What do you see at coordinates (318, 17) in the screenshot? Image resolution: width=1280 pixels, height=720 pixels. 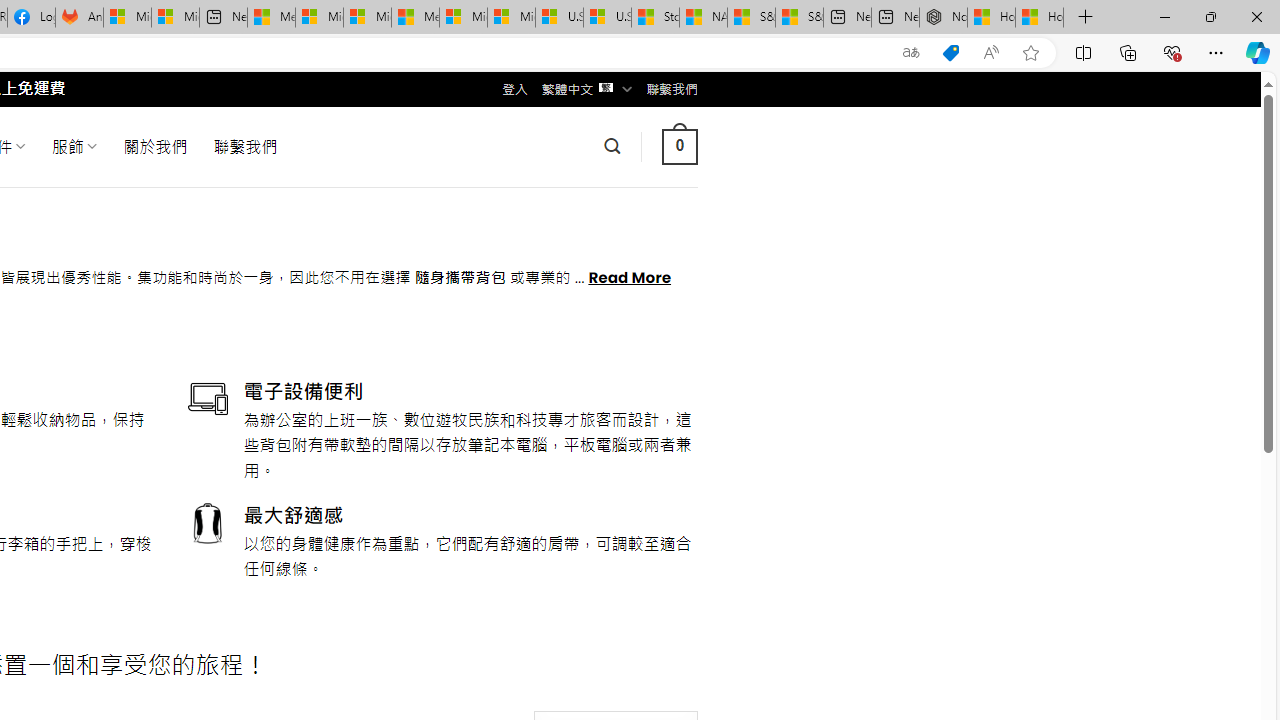 I see `'Microsoft account | Privacy'` at bounding box center [318, 17].